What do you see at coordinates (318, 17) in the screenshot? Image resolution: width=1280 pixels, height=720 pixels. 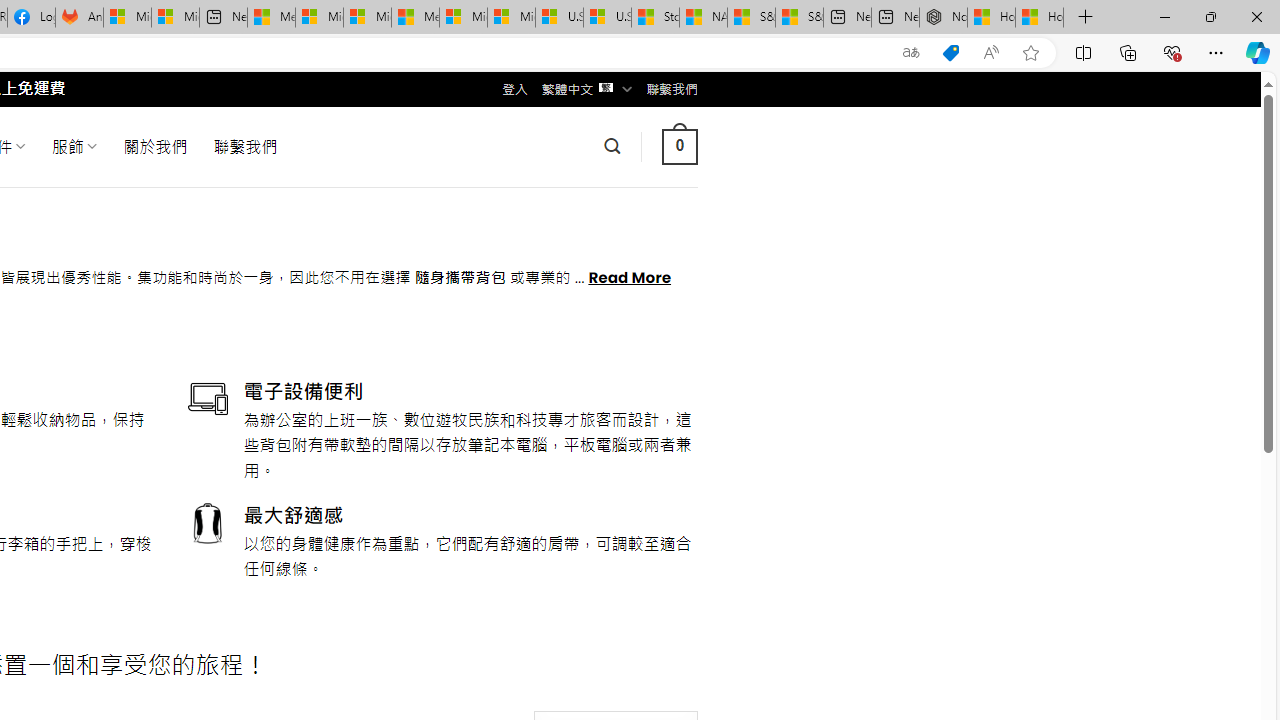 I see `'Microsoft account | Privacy'` at bounding box center [318, 17].